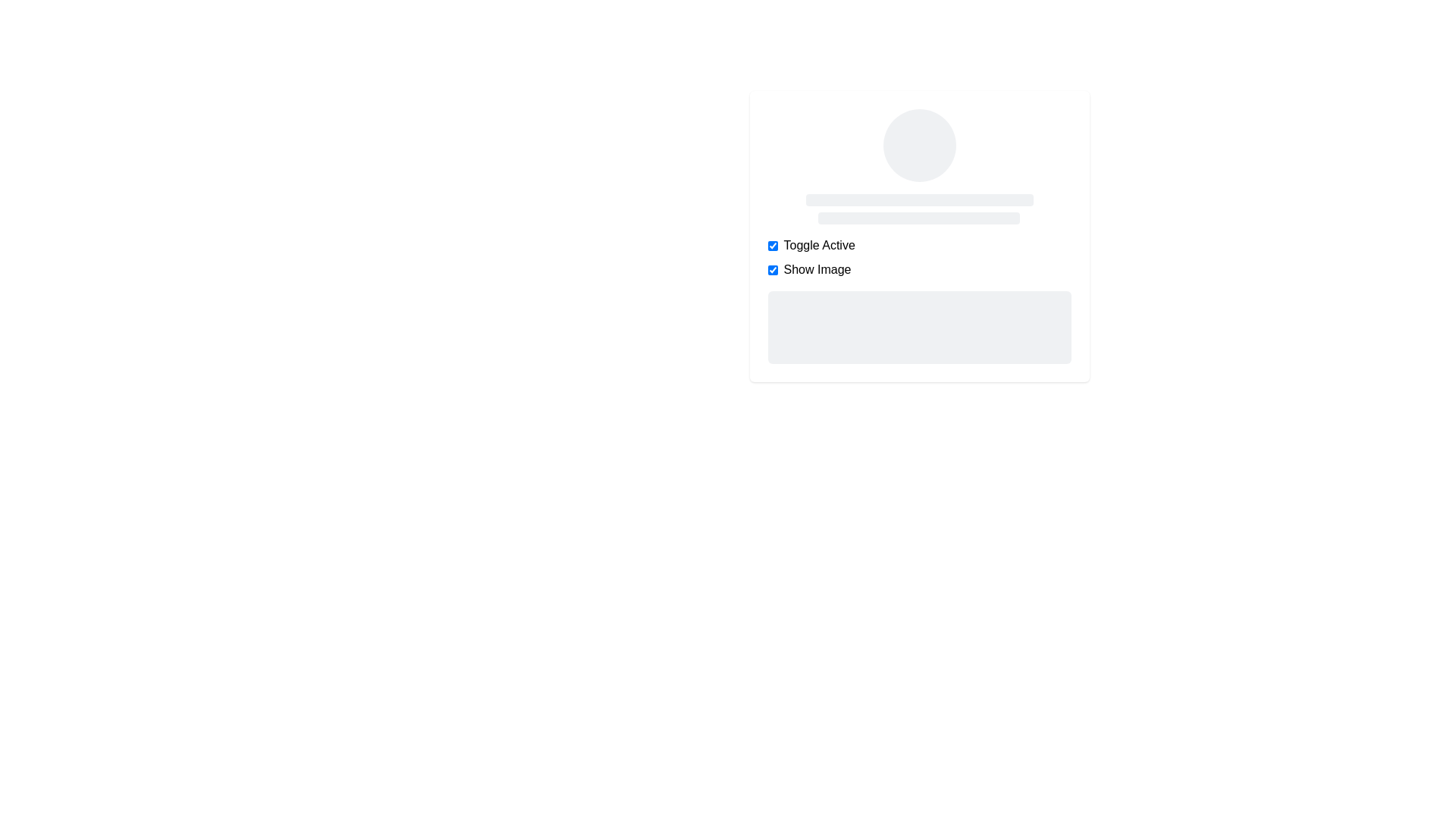 The image size is (1456, 819). Describe the element at coordinates (918, 199) in the screenshot. I see `the visual placeholder or skeleton loader, which is a rectangular element with a light gray background and rounded corners, located at the top of a vertically stacked group of elements` at that location.